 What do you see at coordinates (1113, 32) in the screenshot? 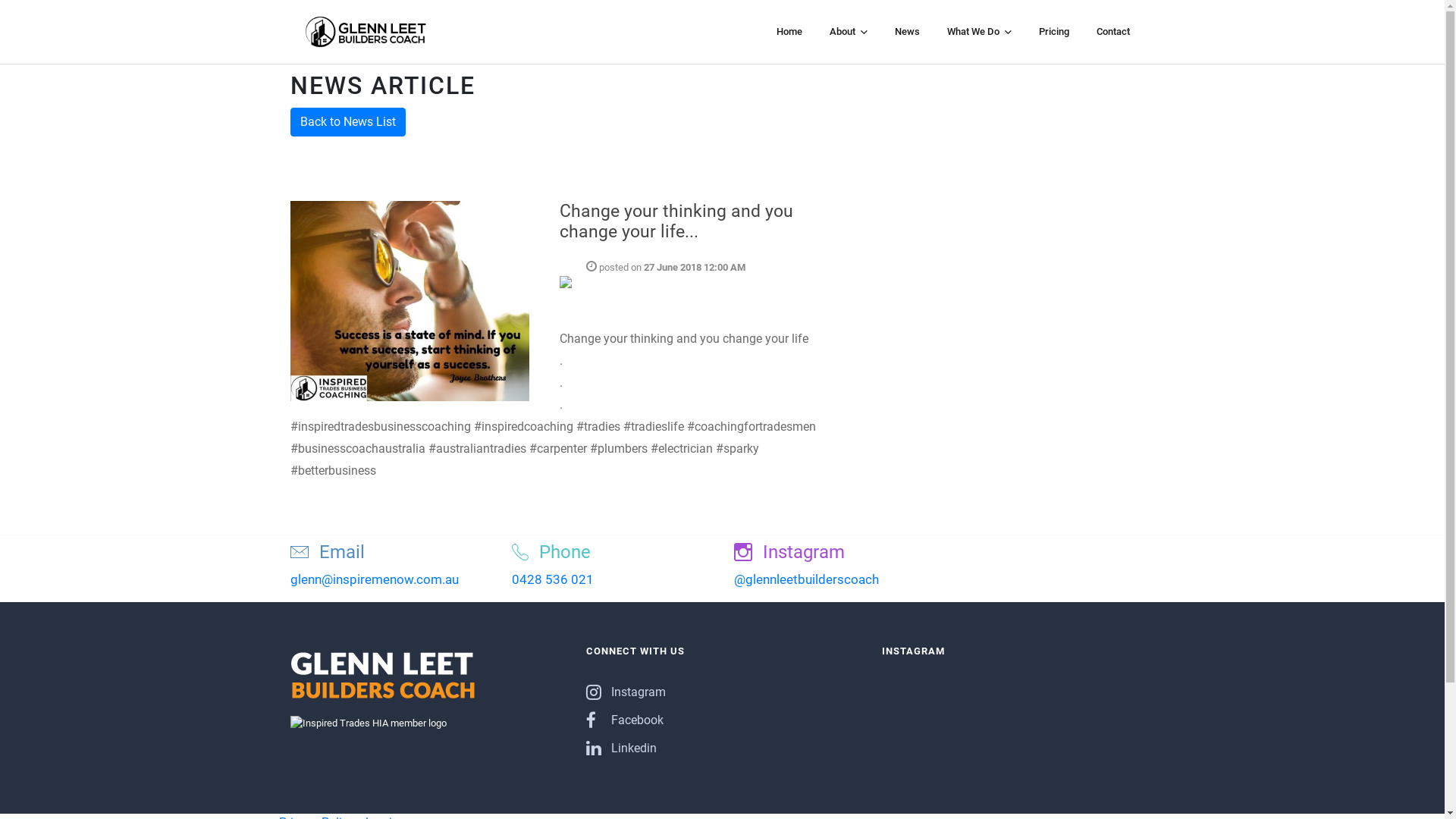
I see `'Contact'` at bounding box center [1113, 32].